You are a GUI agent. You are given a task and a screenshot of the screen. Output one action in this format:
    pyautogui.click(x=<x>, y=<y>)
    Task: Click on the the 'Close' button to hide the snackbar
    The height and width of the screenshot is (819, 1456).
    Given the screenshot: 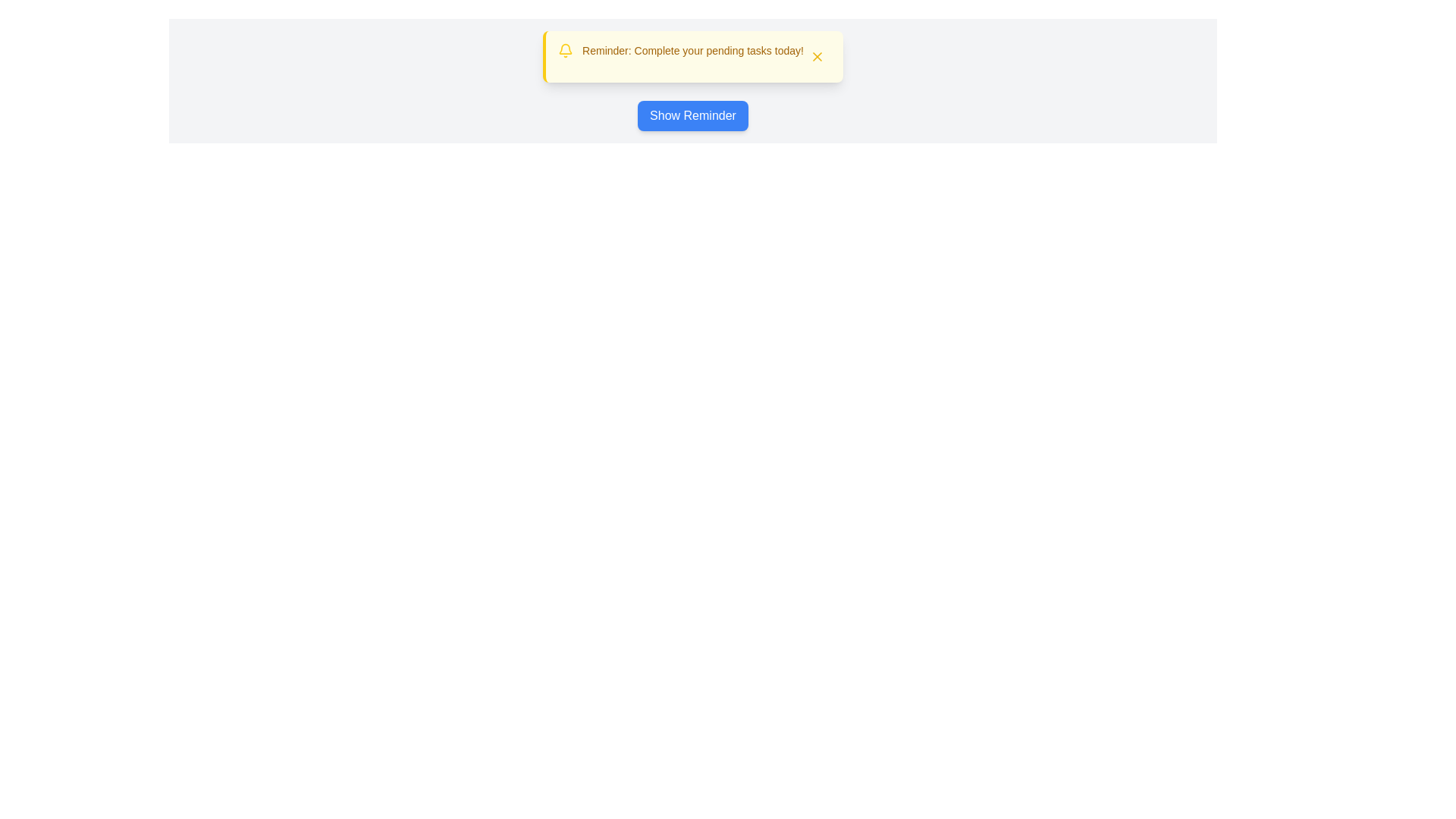 What is the action you would take?
    pyautogui.click(x=816, y=55)
    